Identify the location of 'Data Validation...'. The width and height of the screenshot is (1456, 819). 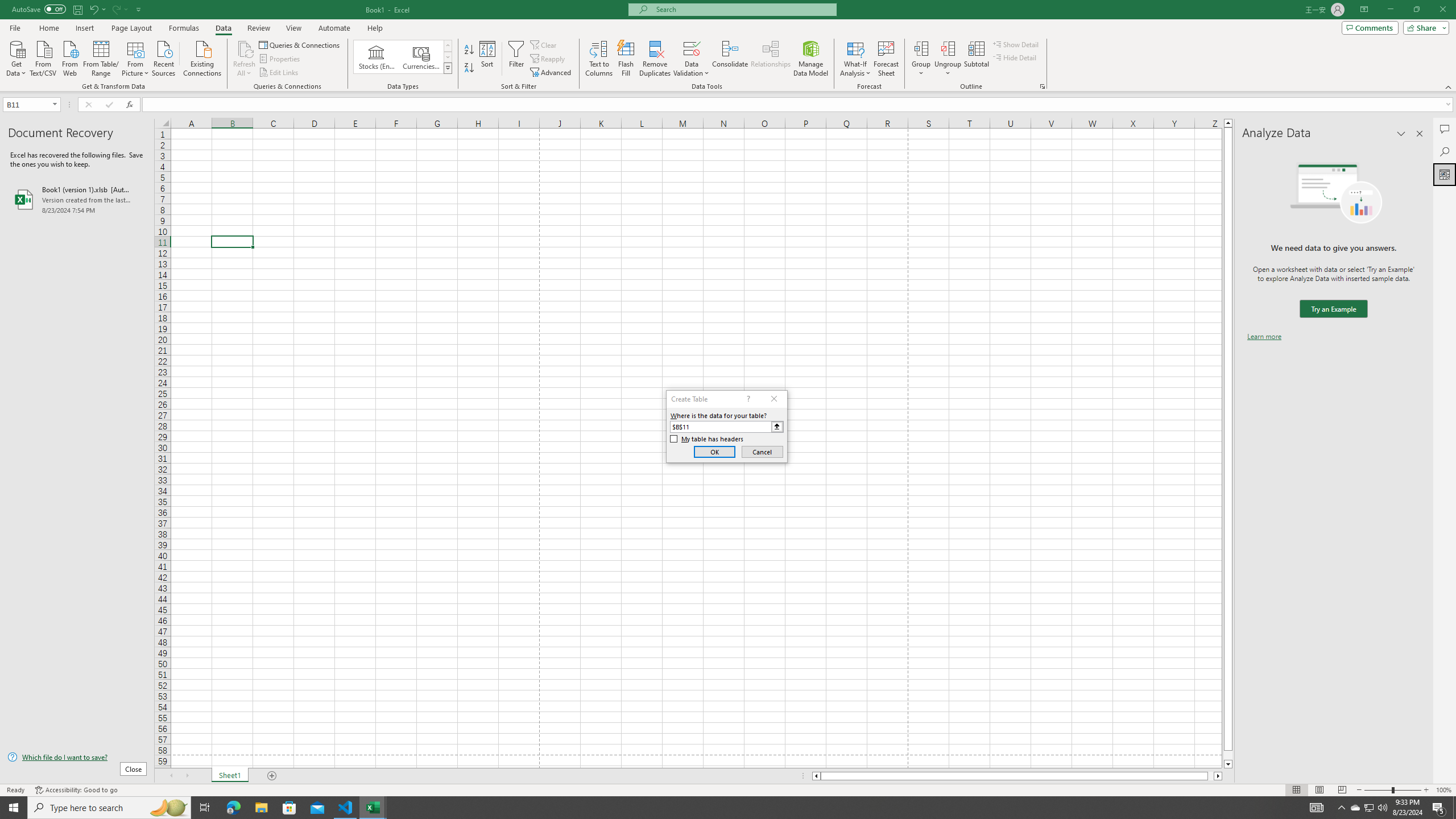
(691, 48).